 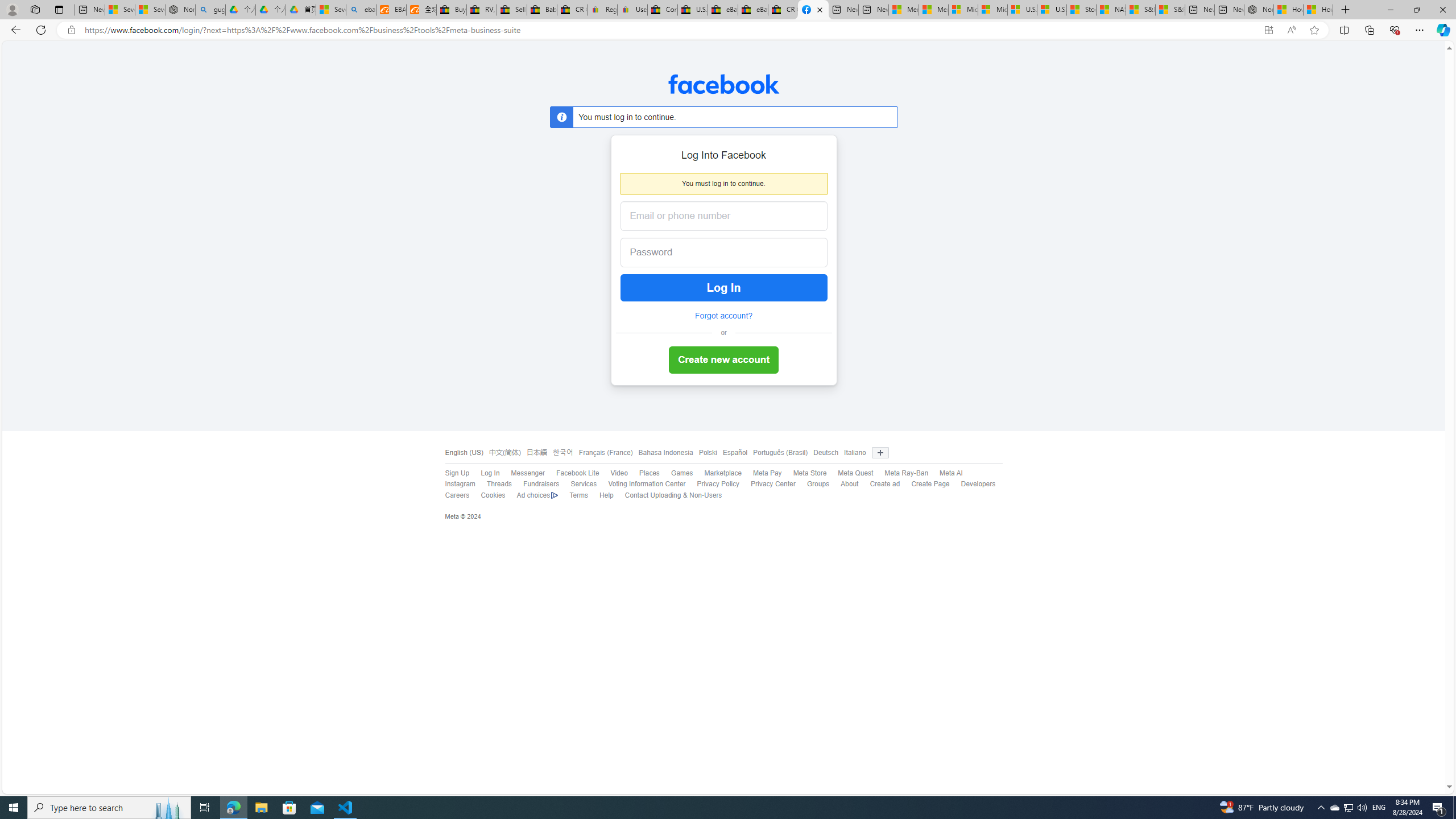 What do you see at coordinates (522, 473) in the screenshot?
I see `'Messenger'` at bounding box center [522, 473].